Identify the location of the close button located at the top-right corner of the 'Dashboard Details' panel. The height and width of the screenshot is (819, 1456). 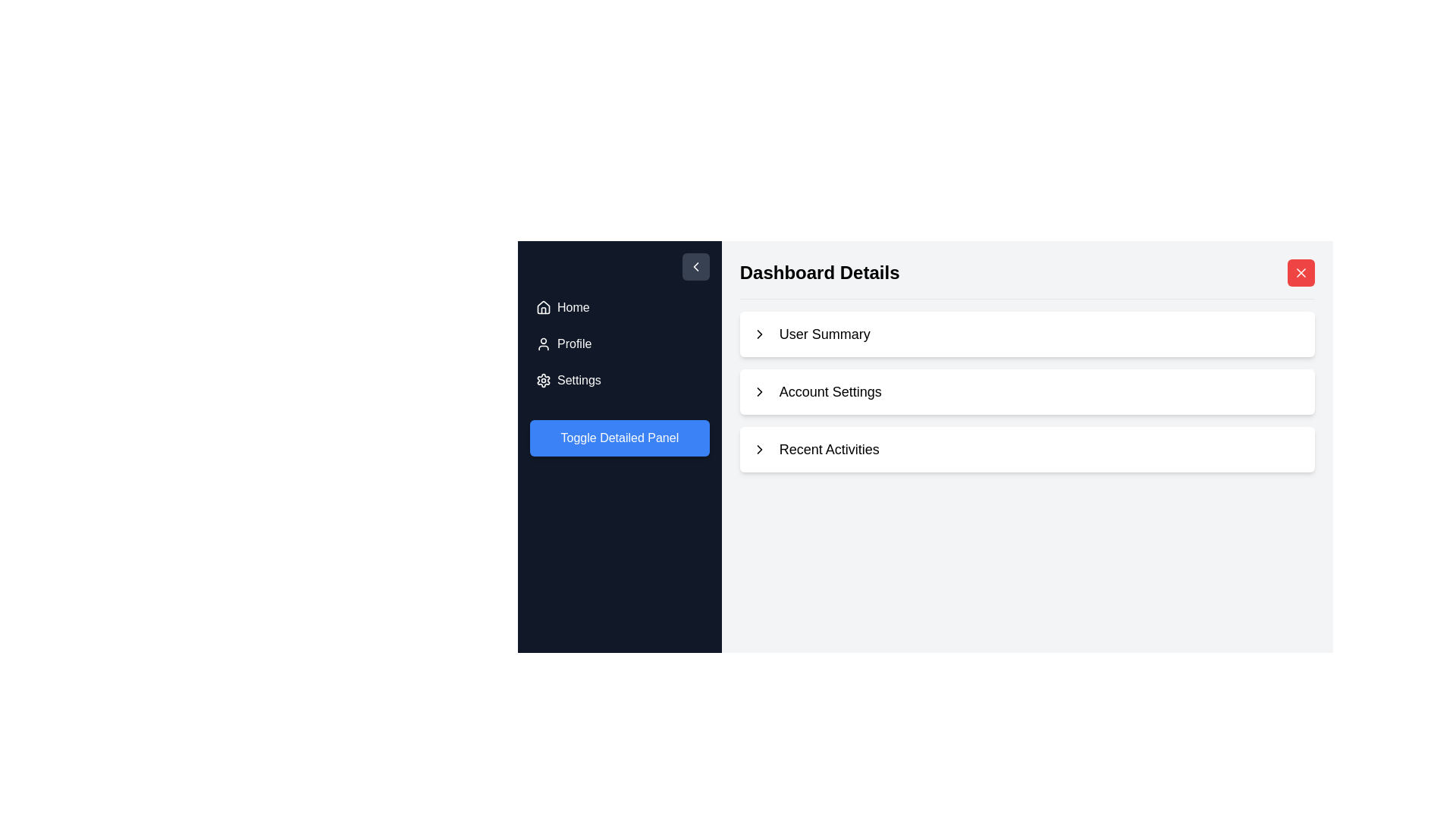
(1301, 271).